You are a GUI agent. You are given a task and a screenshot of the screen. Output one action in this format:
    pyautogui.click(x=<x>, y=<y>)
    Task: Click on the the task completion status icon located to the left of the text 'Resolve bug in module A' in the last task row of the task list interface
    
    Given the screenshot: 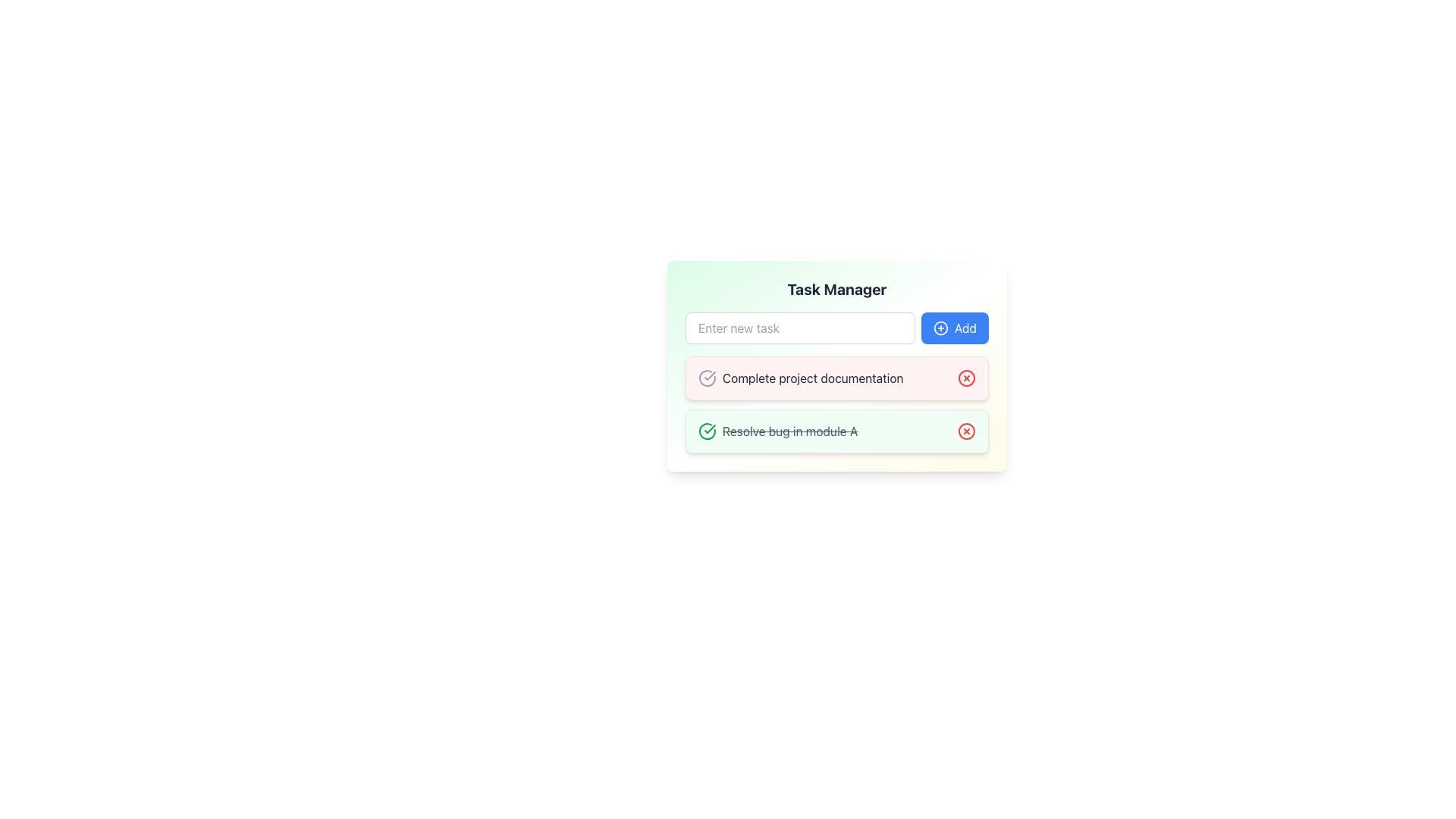 What is the action you would take?
    pyautogui.click(x=706, y=431)
    